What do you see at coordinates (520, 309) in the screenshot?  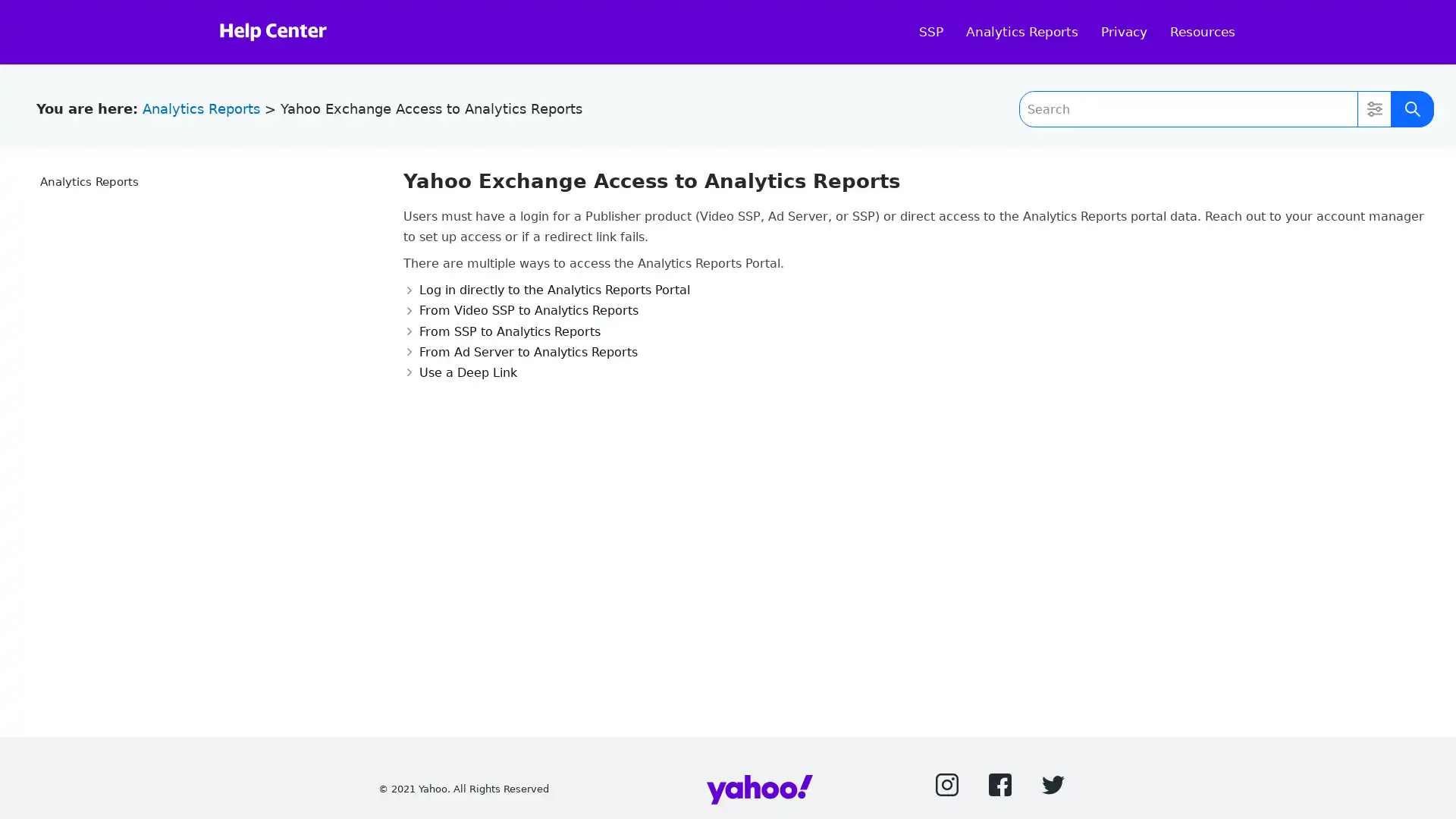 I see `Closed From Video SSP to Analytics Reports` at bounding box center [520, 309].